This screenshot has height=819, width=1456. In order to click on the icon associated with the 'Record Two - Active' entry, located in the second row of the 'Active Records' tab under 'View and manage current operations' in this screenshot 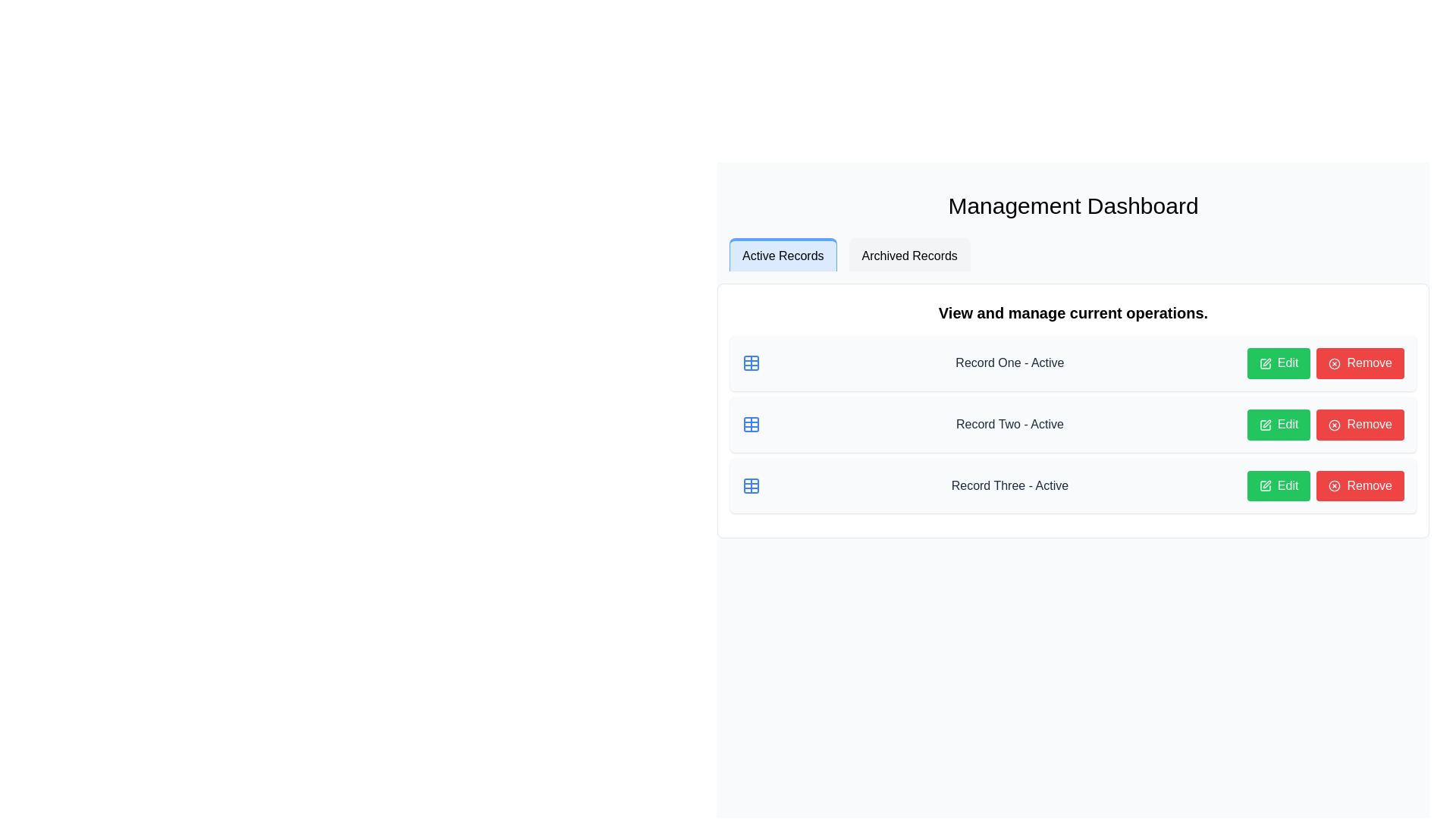, I will do `click(751, 424)`.